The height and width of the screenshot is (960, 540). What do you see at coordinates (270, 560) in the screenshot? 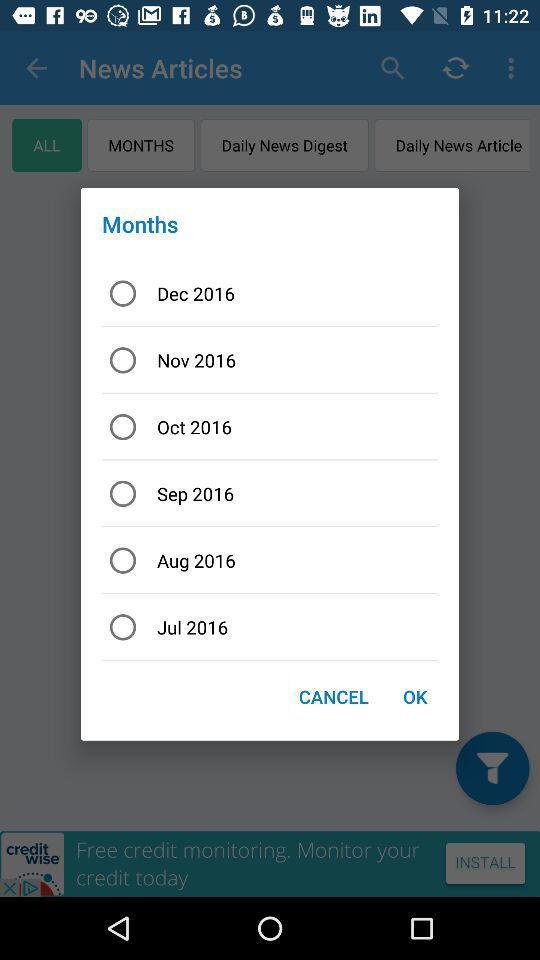
I see `the aug 2016 item` at bounding box center [270, 560].